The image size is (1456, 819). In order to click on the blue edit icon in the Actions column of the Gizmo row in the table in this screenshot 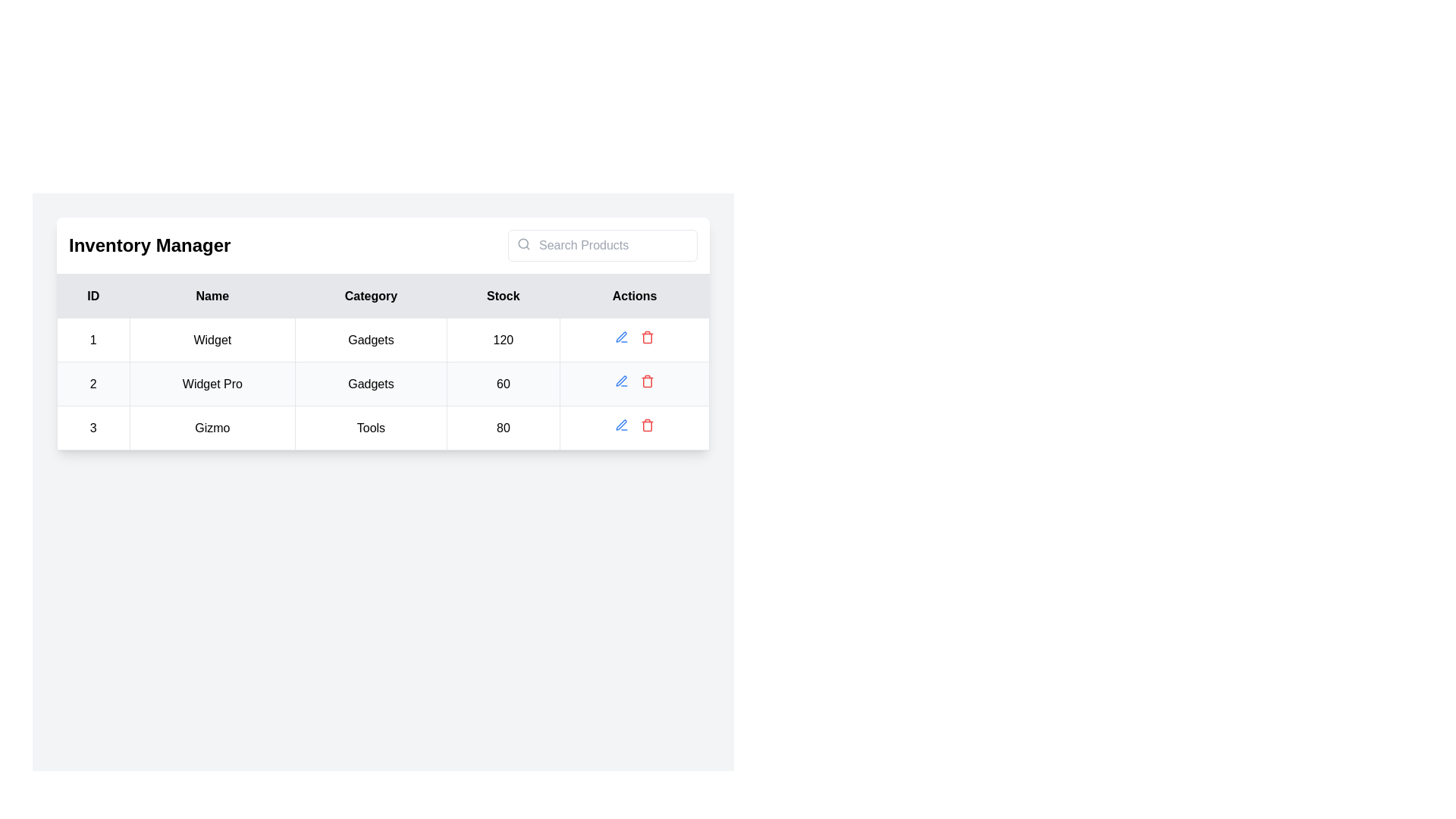, I will do `click(634, 428)`.